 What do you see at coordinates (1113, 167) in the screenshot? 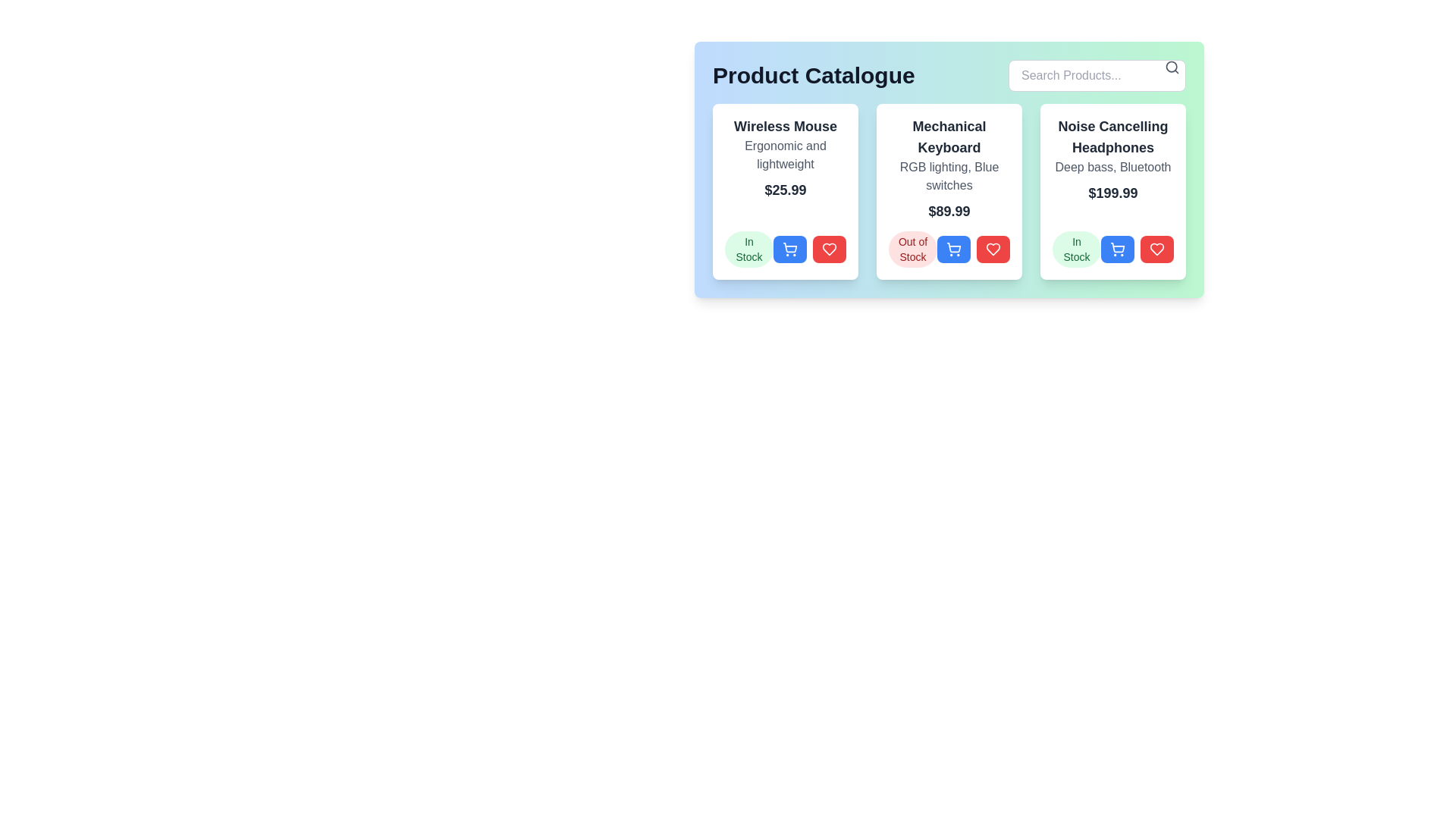
I see `the descriptive text label reading 'Deep bass, Bluetooth', which is styled in gray and positioned below the title 'Noise Cancelling Headphones' and above the price '$199.99' in the third product card of the interface` at bounding box center [1113, 167].